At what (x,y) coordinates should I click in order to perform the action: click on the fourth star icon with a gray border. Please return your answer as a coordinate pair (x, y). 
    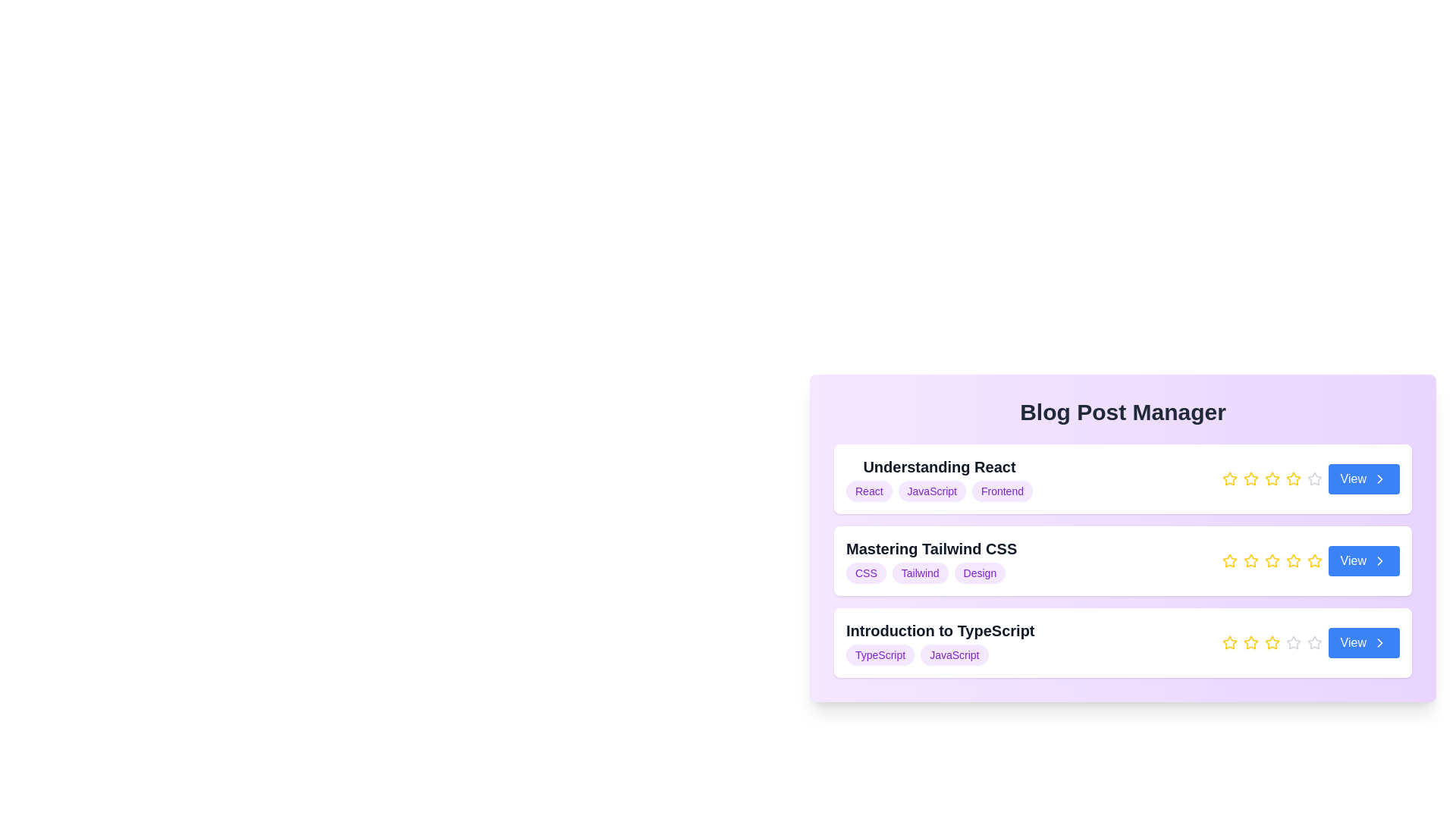
    Looking at the image, I should click on (1292, 642).